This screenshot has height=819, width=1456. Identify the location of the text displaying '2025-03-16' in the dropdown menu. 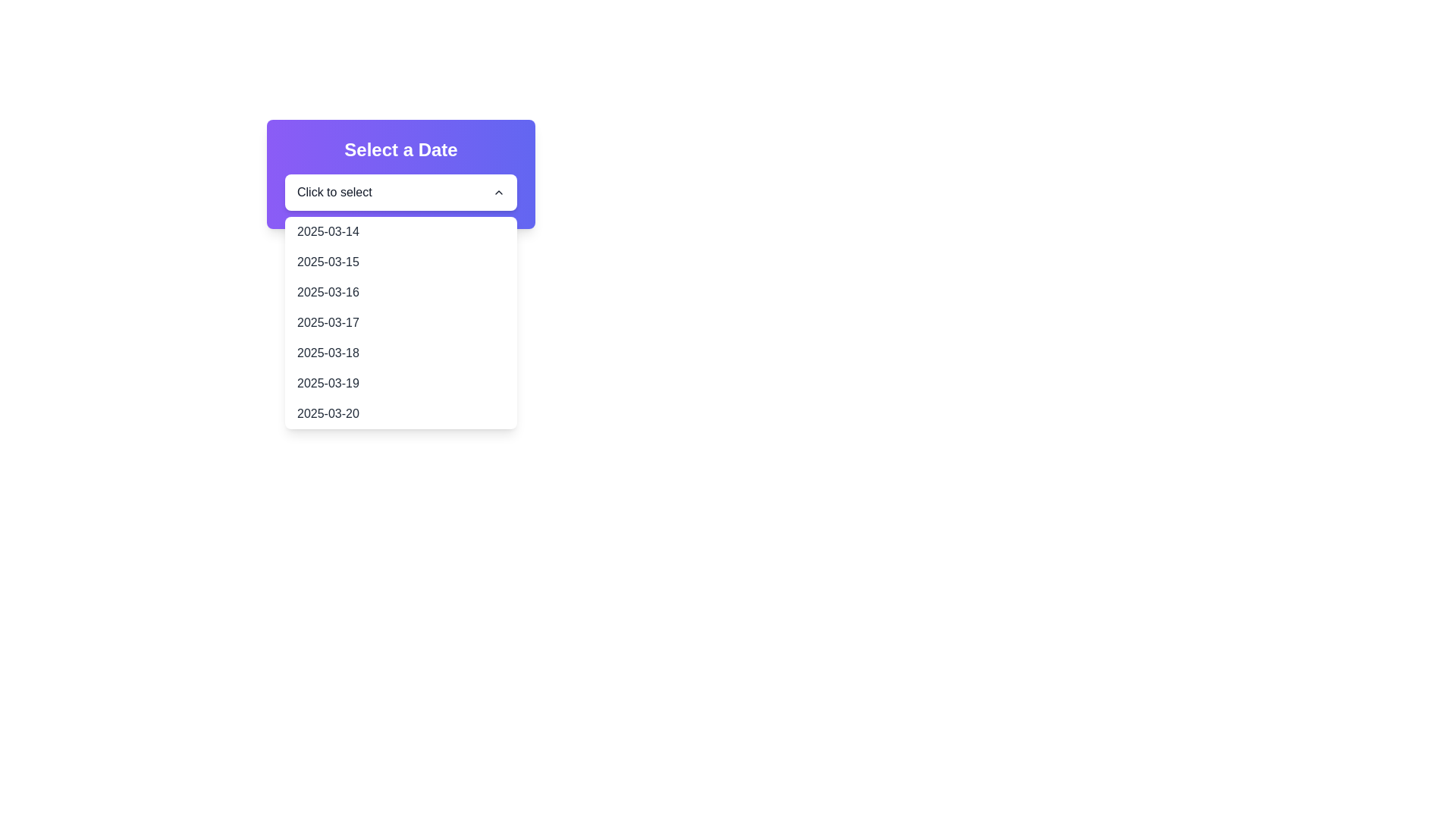
(327, 292).